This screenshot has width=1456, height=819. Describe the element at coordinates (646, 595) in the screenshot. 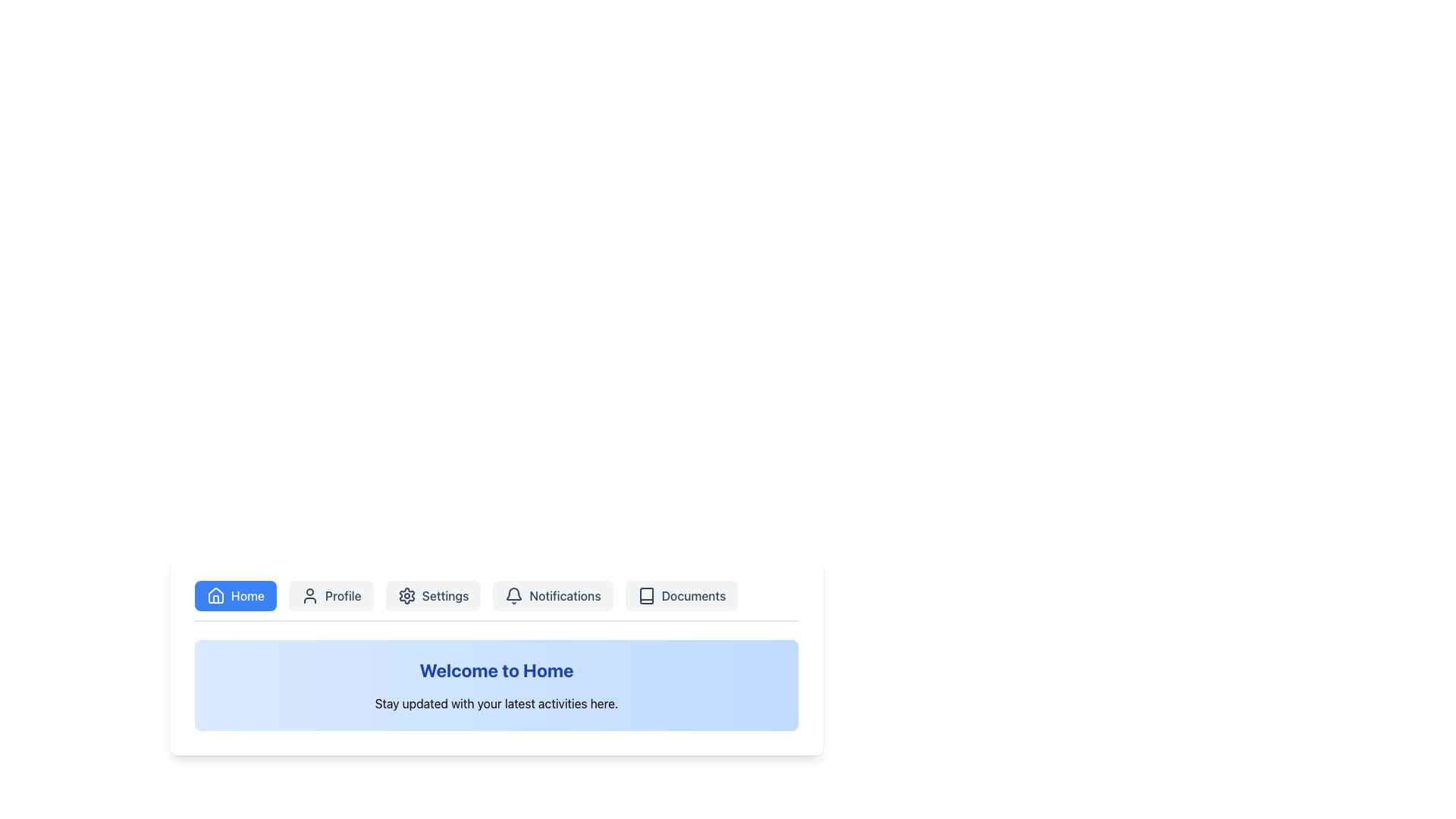

I see `the 'Documents' icon located in the navigation row on the far-right side of the menu bar` at that location.